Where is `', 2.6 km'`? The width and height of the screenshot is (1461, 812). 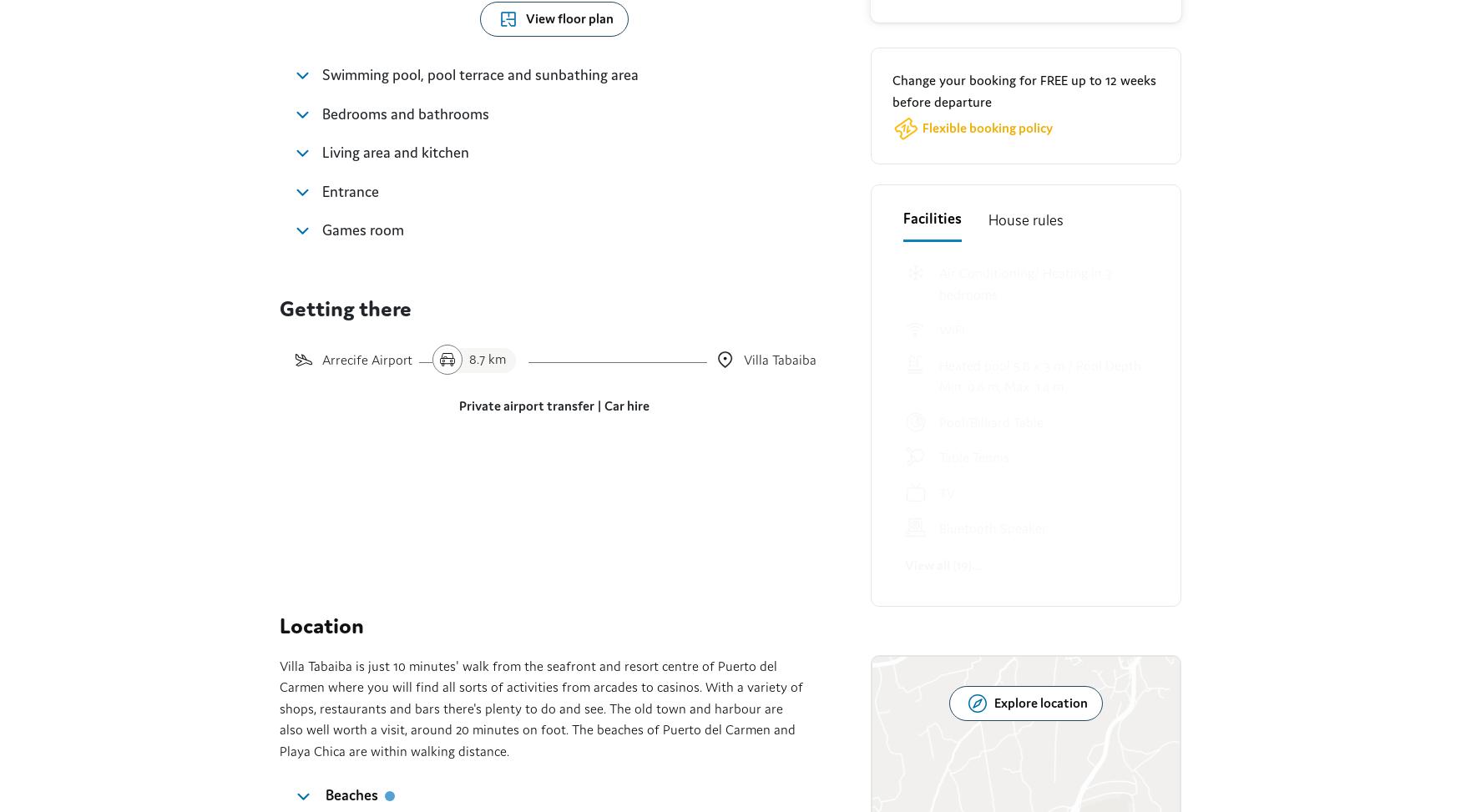
', 2.6 km' is located at coordinates (472, 258).